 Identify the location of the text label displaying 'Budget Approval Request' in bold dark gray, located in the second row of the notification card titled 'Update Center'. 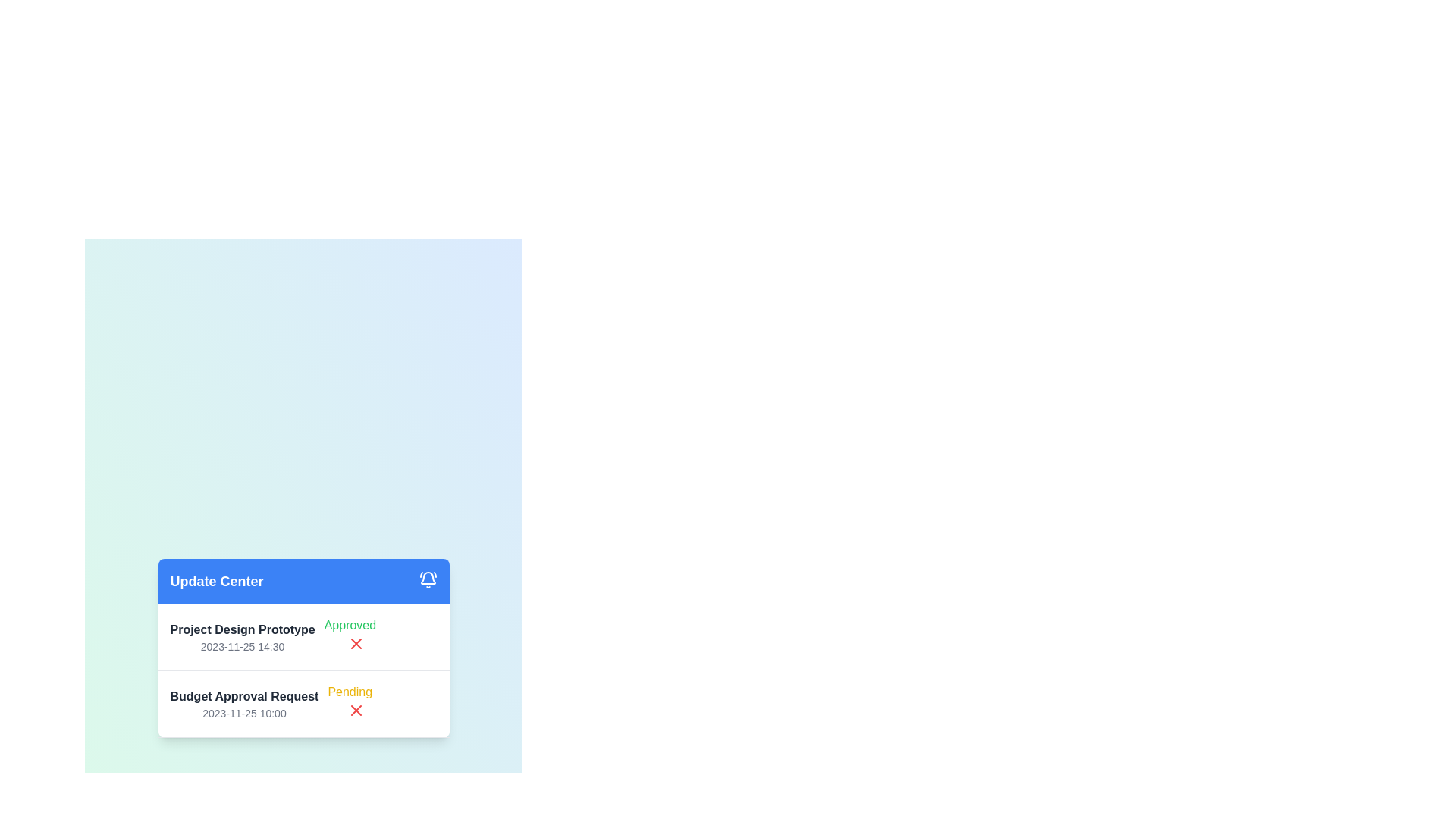
(244, 696).